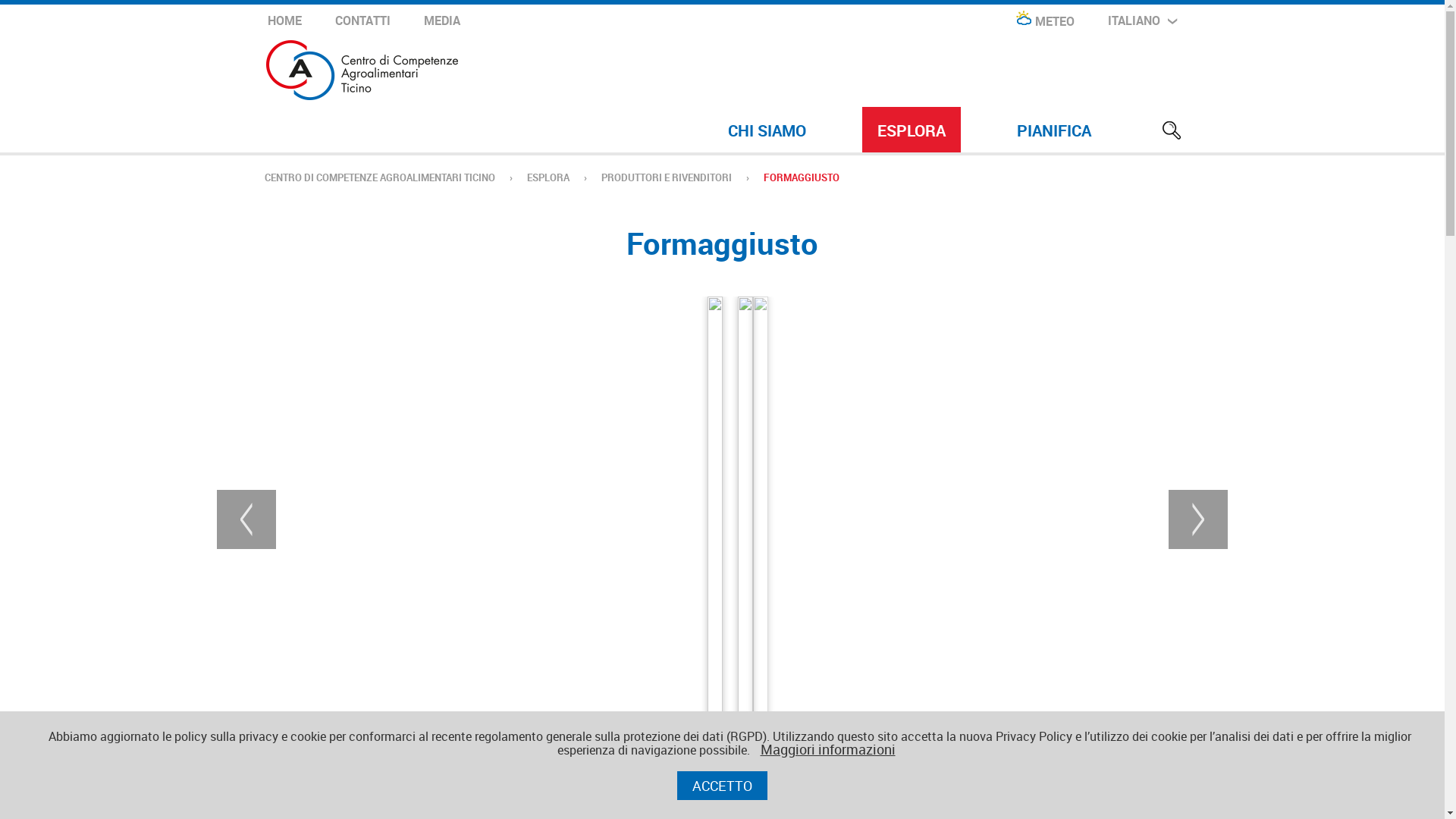 The height and width of the screenshot is (819, 1456). Describe the element at coordinates (378, 177) in the screenshot. I see `'CENTRO DI COMPETENZE AGROALIMENTARI TICINO'` at that location.